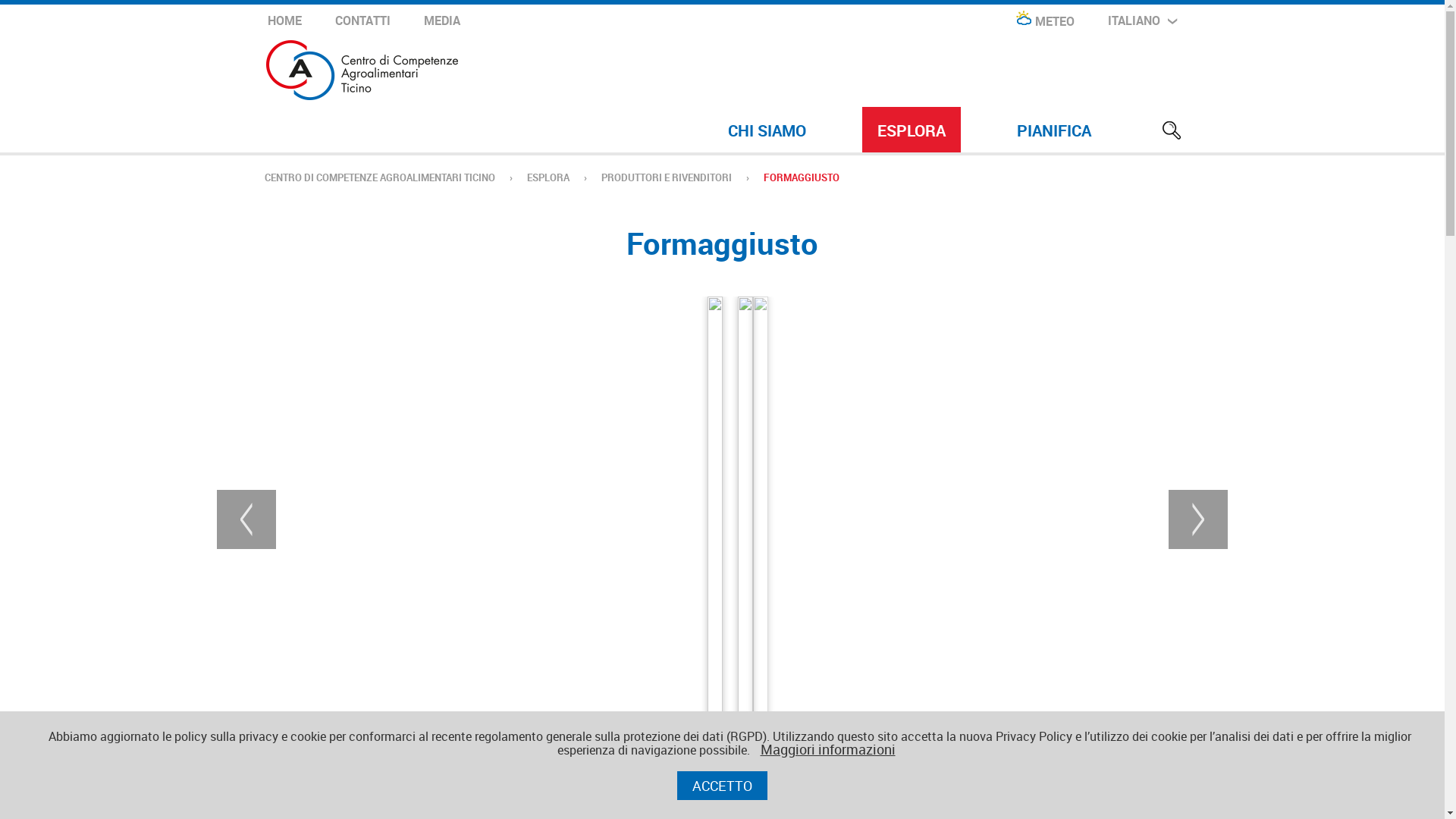 The height and width of the screenshot is (819, 1456). Describe the element at coordinates (378, 177) in the screenshot. I see `'CENTRO DI COMPETENZE AGROALIMENTARI TICINO'` at that location.